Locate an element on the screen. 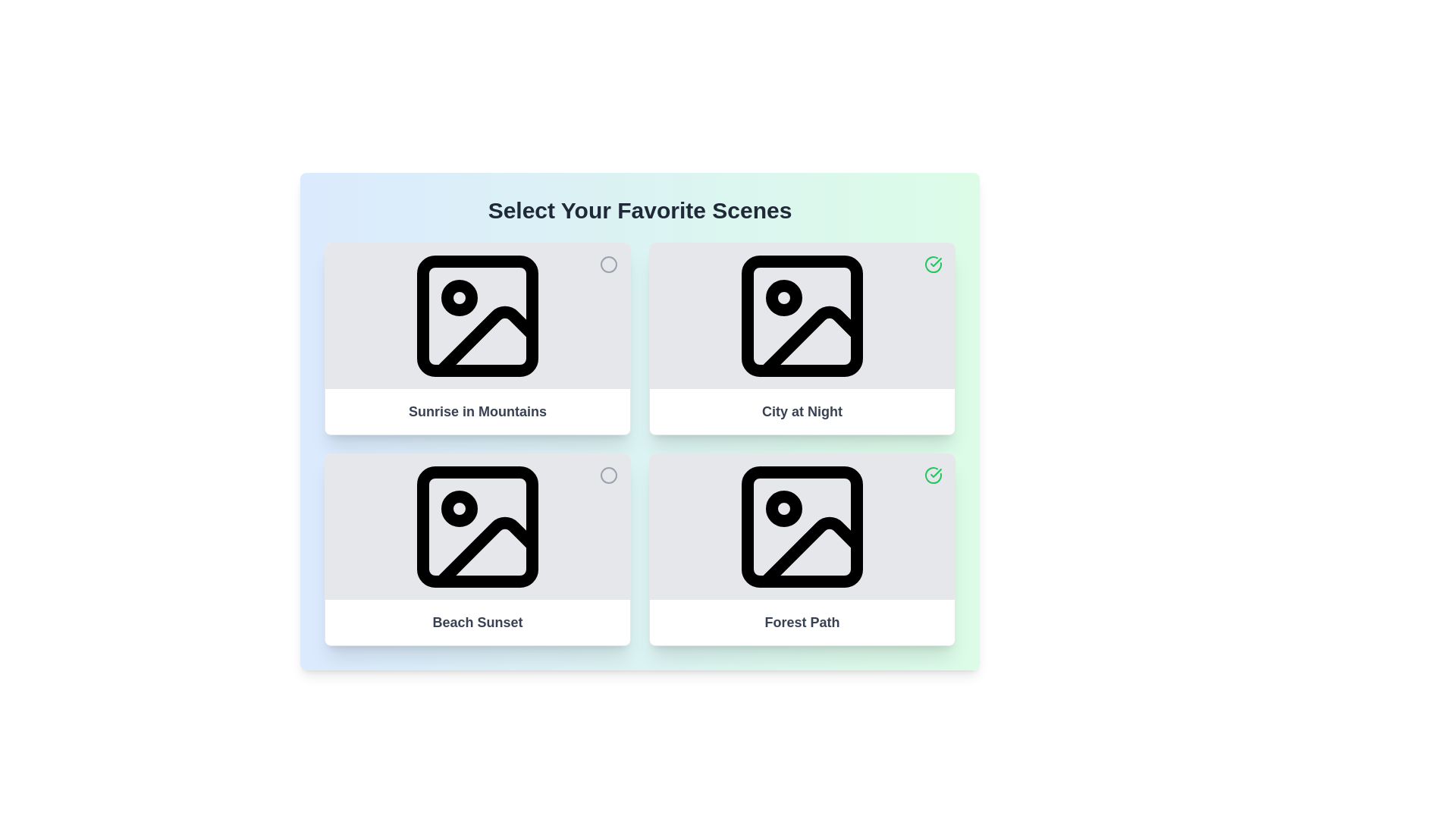 This screenshot has height=819, width=1456. the description of the media item titled Sunrise in Mountains is located at coordinates (476, 412).